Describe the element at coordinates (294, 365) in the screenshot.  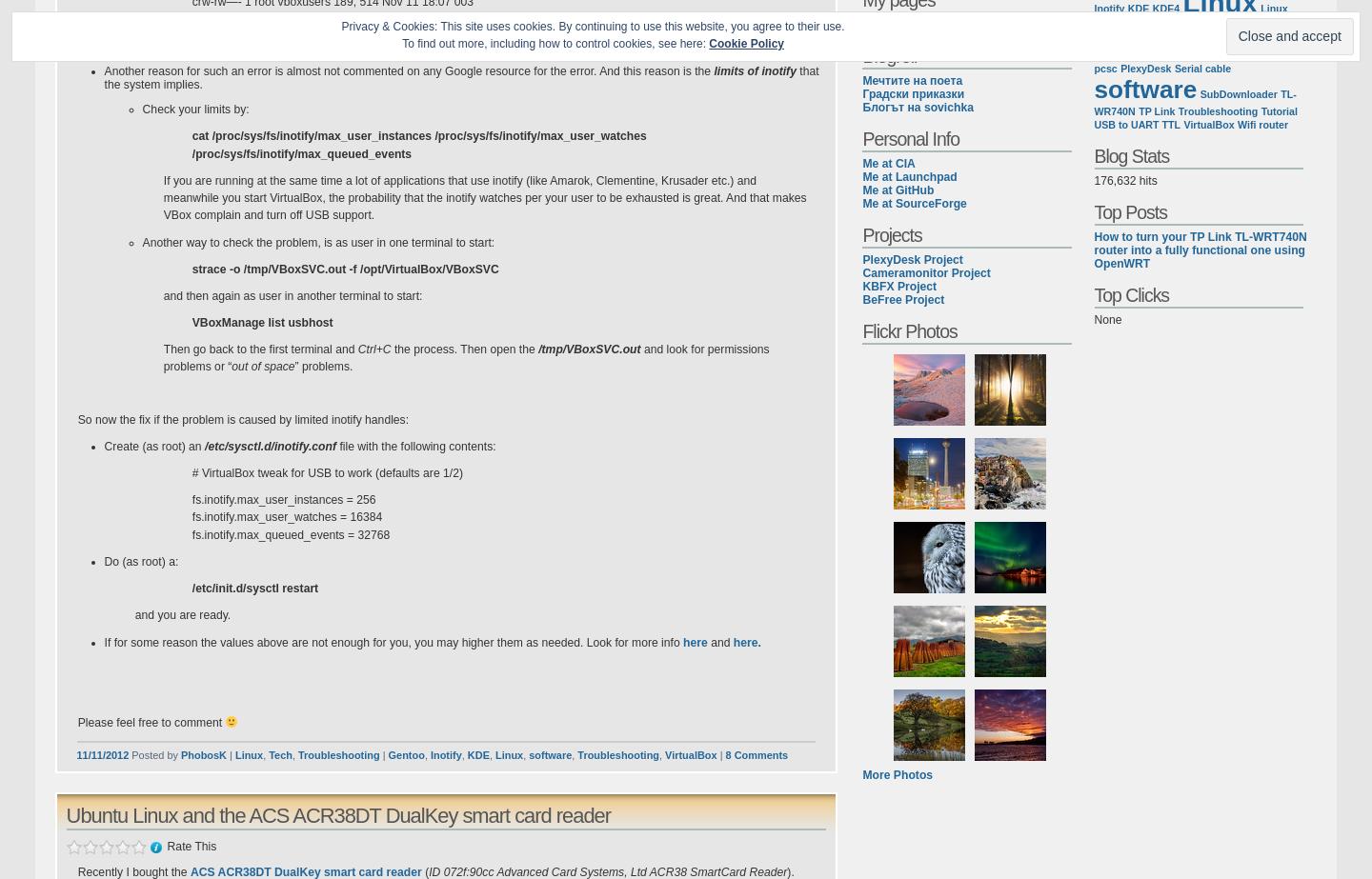
I see `'” problems.'` at that location.